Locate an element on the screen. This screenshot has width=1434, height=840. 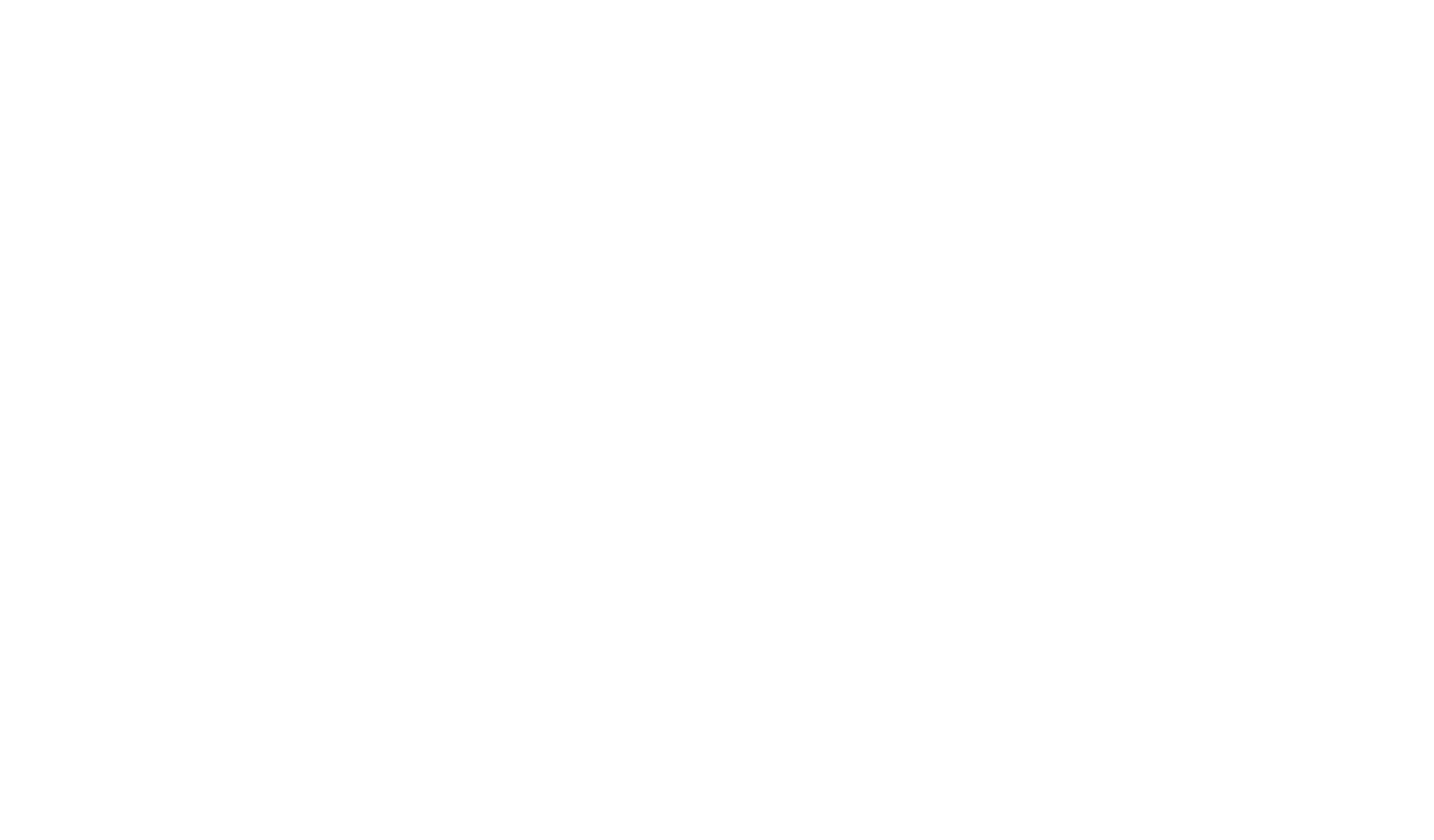
'Didn't understand' is located at coordinates (675, 424).